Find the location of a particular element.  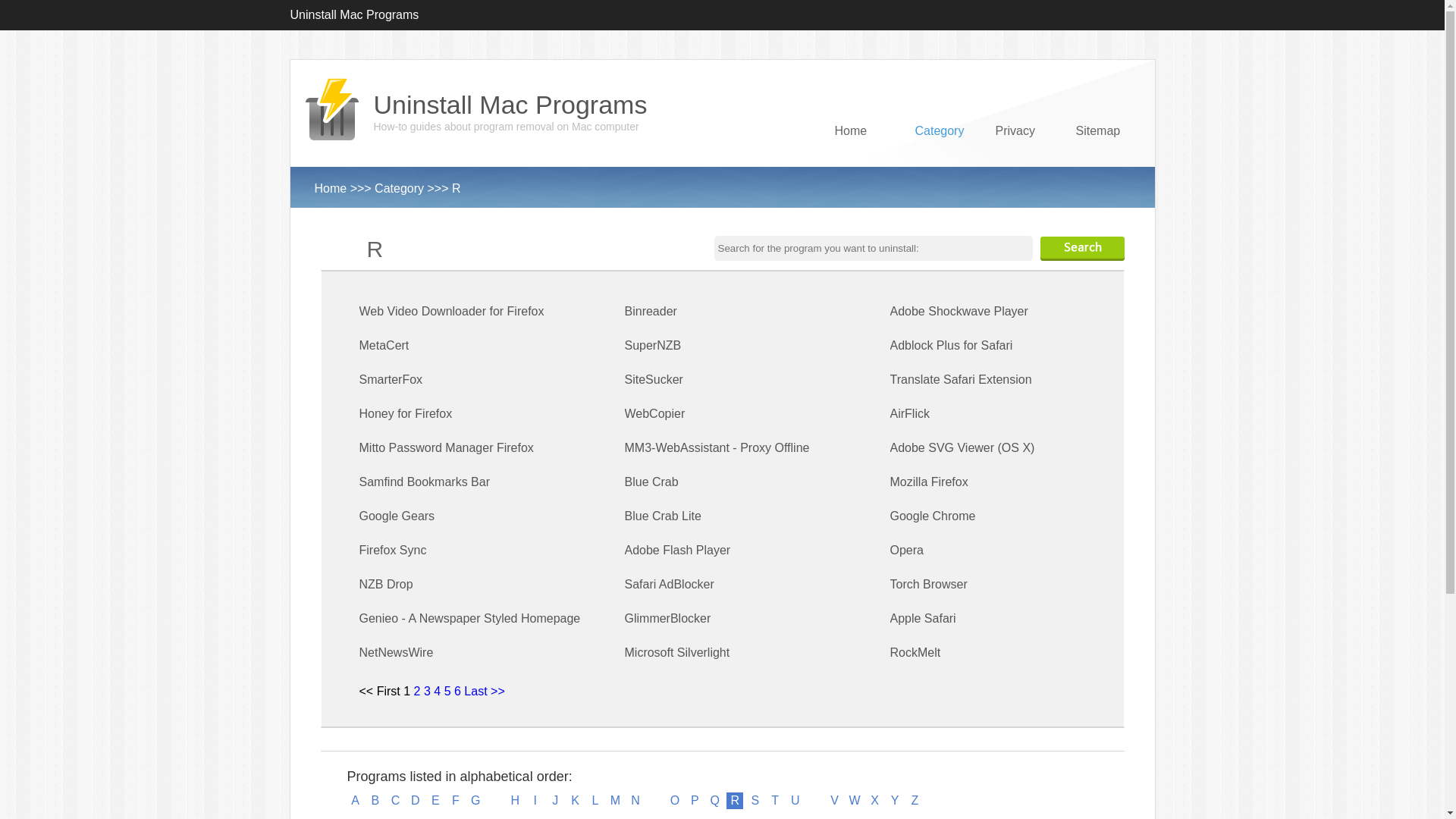

'4' is located at coordinates (436, 691).